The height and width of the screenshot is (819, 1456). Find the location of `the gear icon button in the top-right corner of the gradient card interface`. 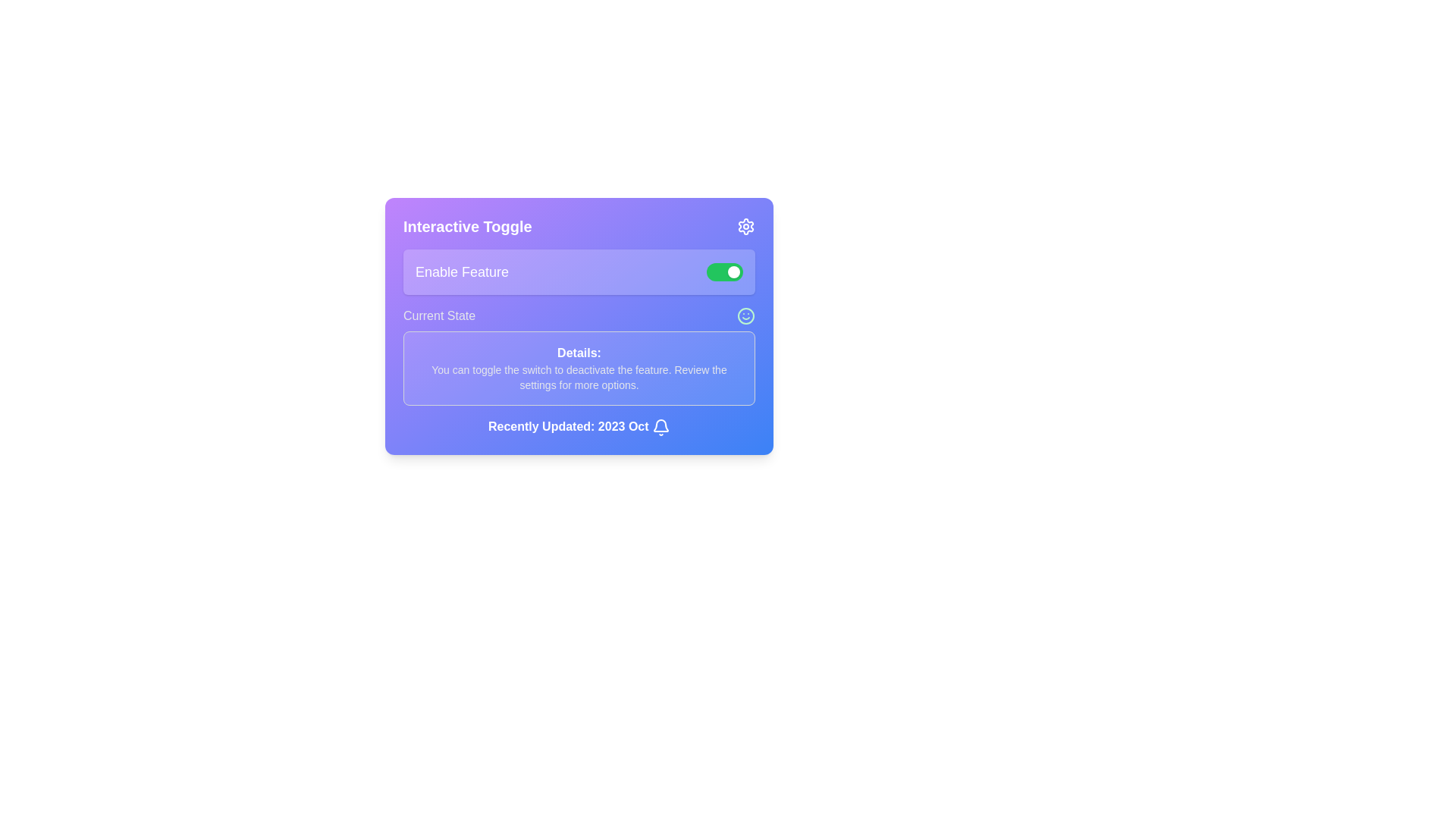

the gear icon button in the top-right corner of the gradient card interface is located at coordinates (745, 227).